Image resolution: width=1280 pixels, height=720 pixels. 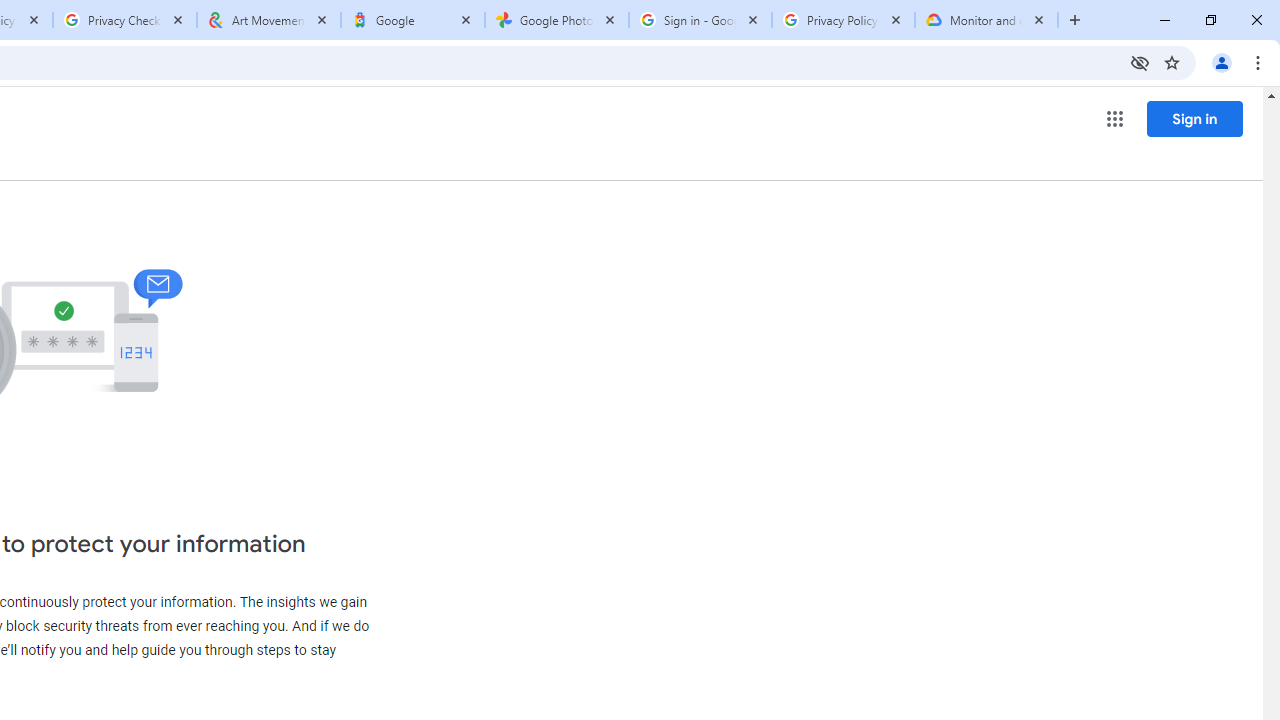 I want to click on 'Privacy Checkup', so click(x=123, y=20).